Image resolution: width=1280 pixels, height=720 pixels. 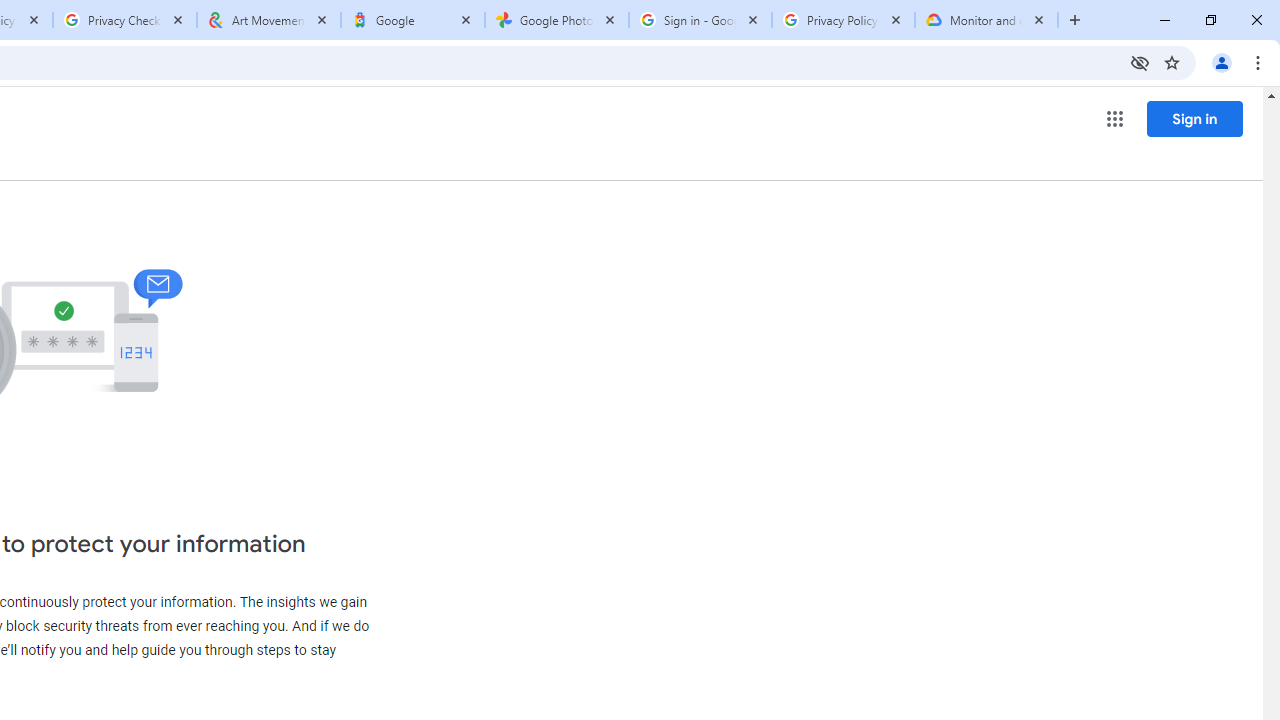 I want to click on 'Privacy Checkup', so click(x=123, y=20).